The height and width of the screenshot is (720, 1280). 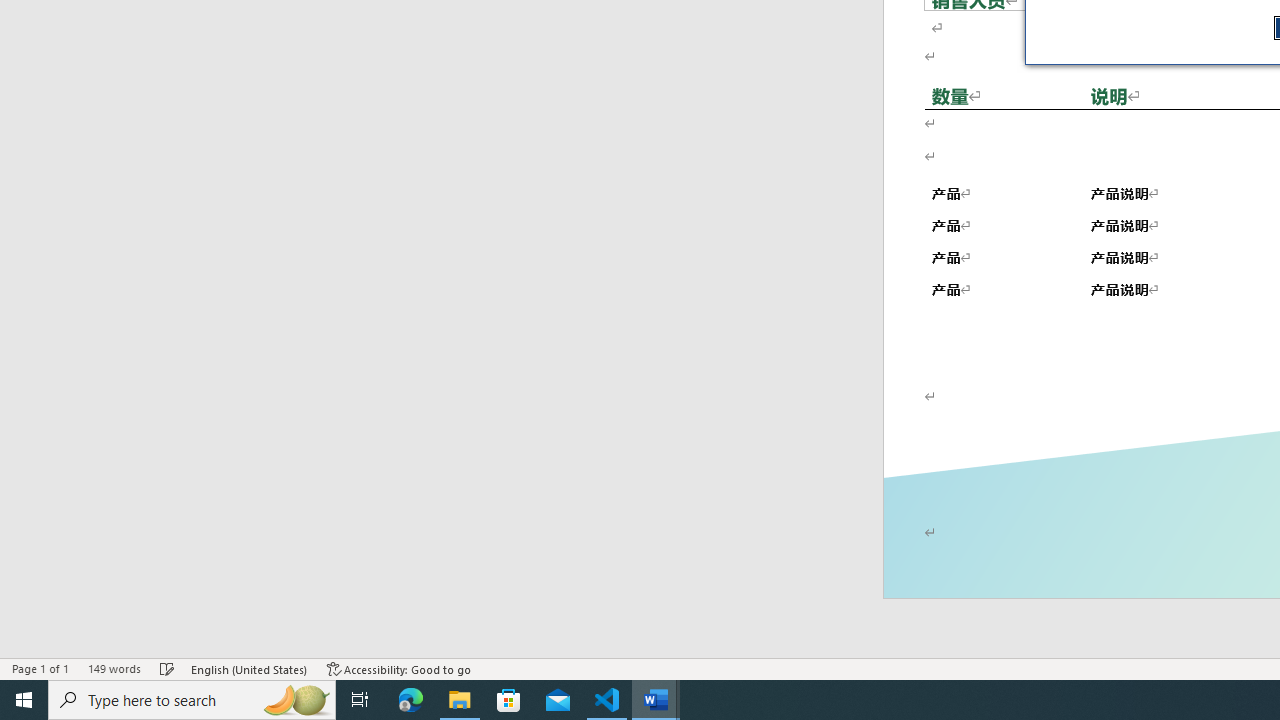 I want to click on 'Word - 2 running windows', so click(x=656, y=698).